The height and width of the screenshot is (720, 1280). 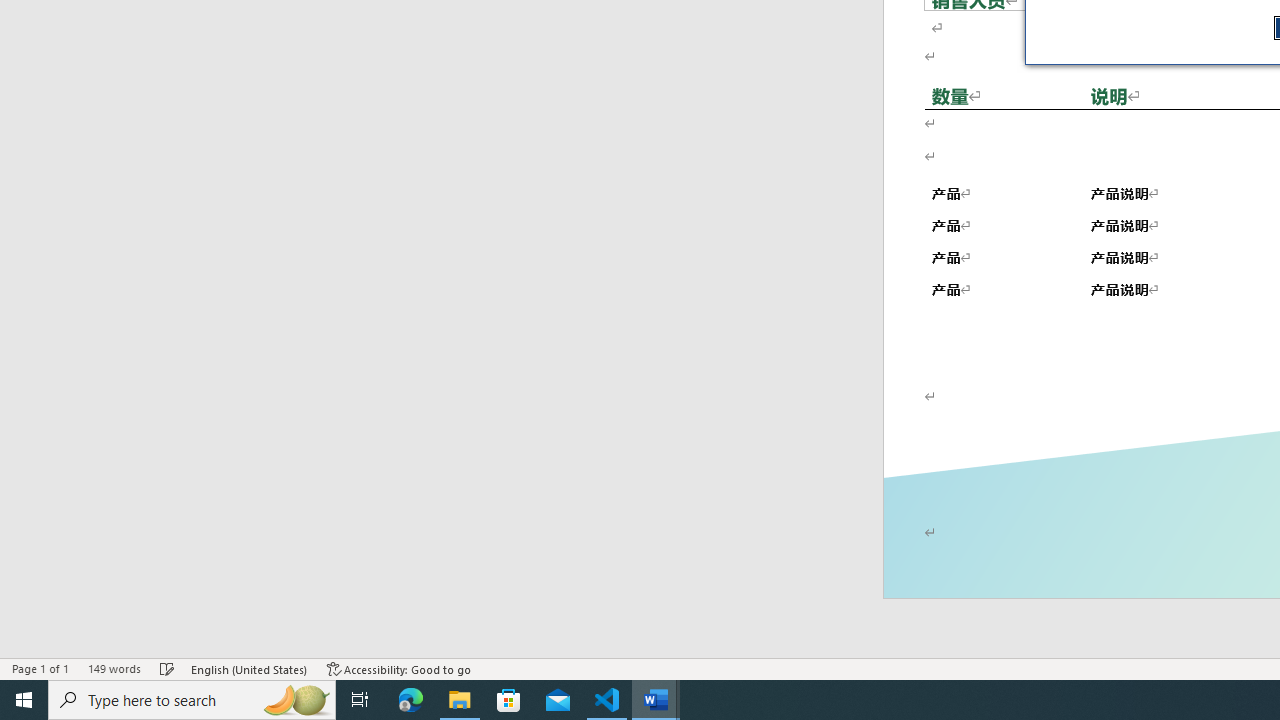 I want to click on 'Word - 2 running windows', so click(x=656, y=698).